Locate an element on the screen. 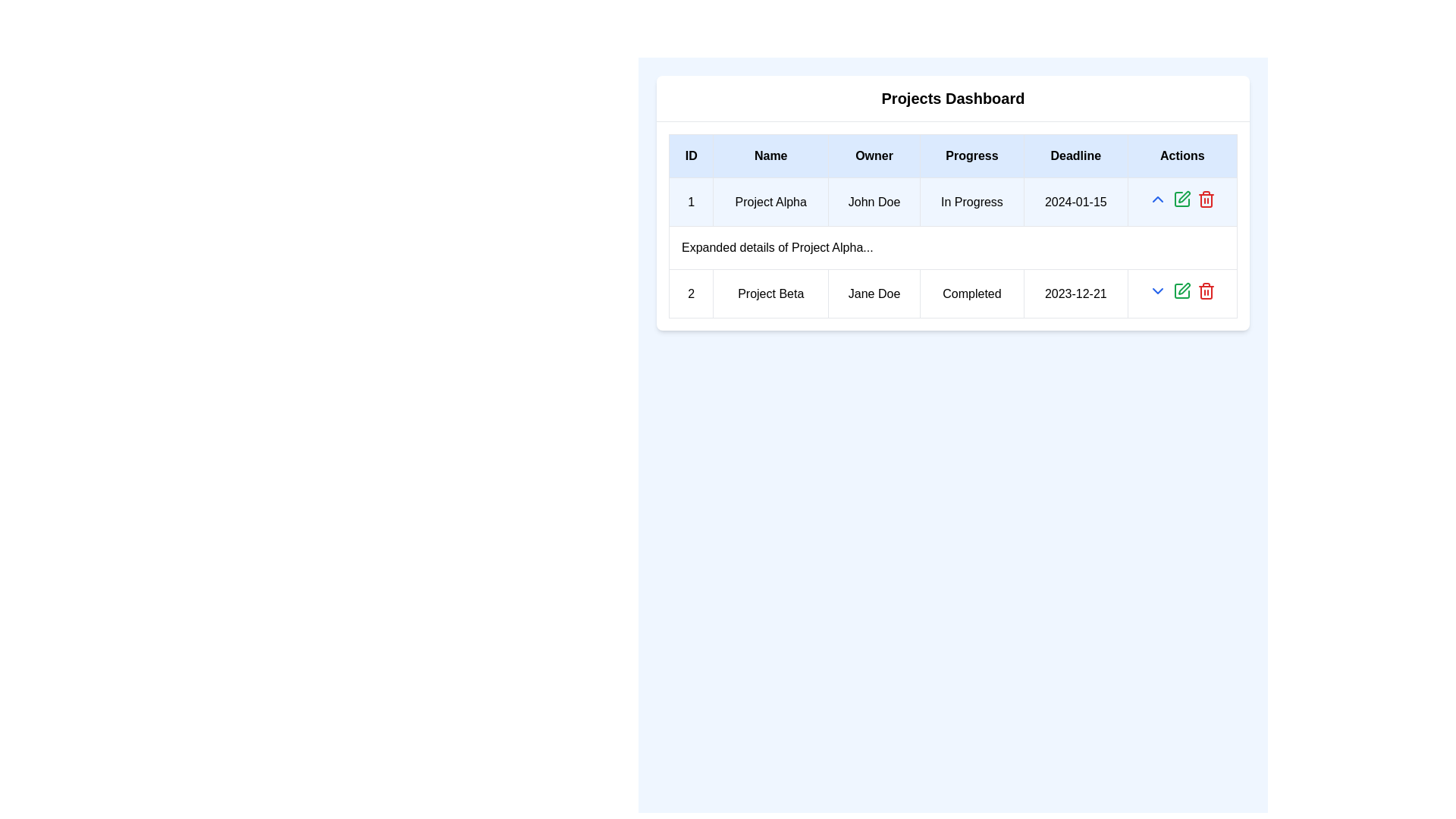  the static text display element showing the date '2023-12-21' in the 'Deadline' column of the project table for 'Project Beta' is located at coordinates (1075, 293).